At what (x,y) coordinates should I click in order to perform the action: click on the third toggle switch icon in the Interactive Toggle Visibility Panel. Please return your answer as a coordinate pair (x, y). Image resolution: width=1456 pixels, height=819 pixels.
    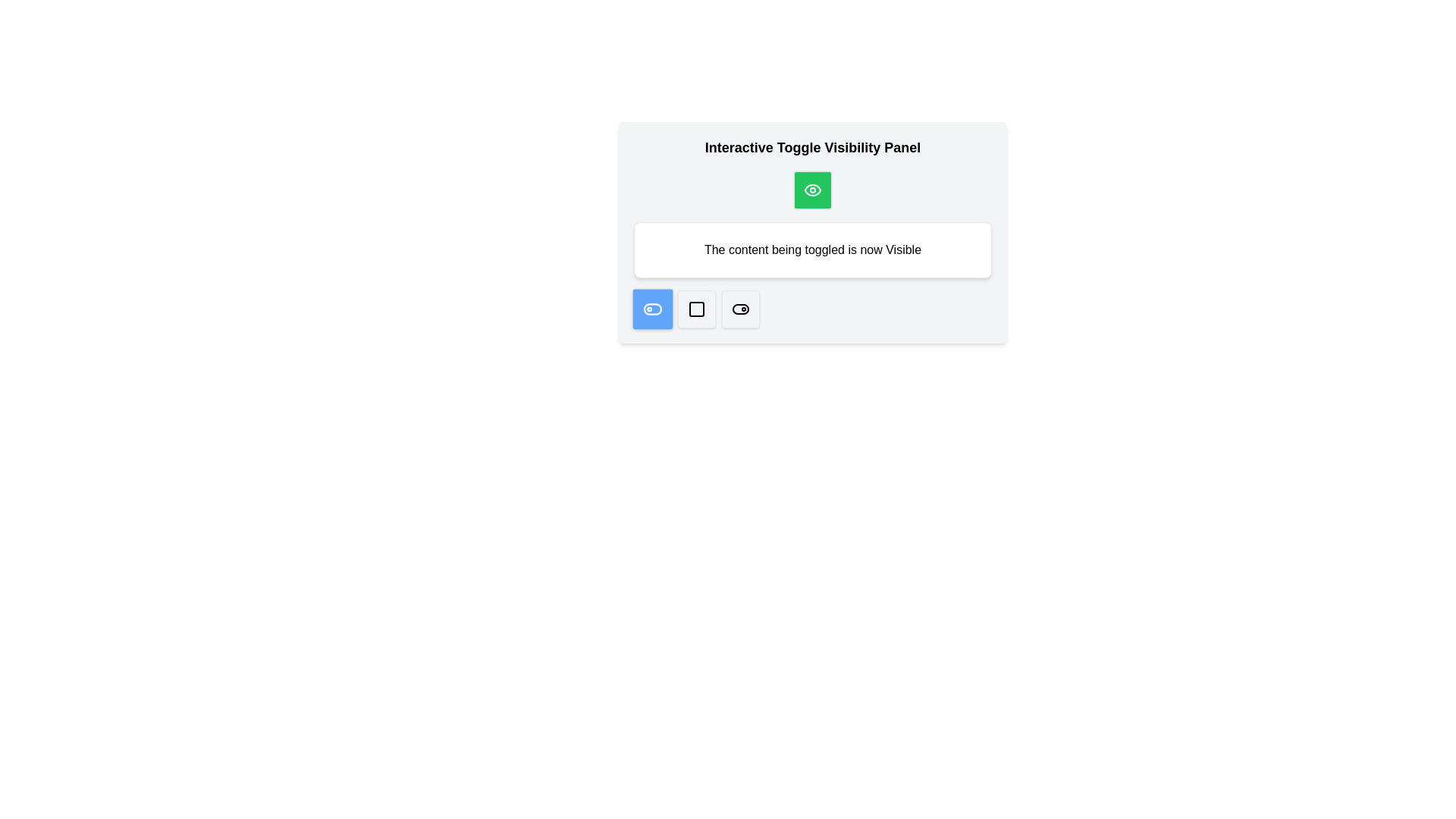
    Looking at the image, I should click on (741, 309).